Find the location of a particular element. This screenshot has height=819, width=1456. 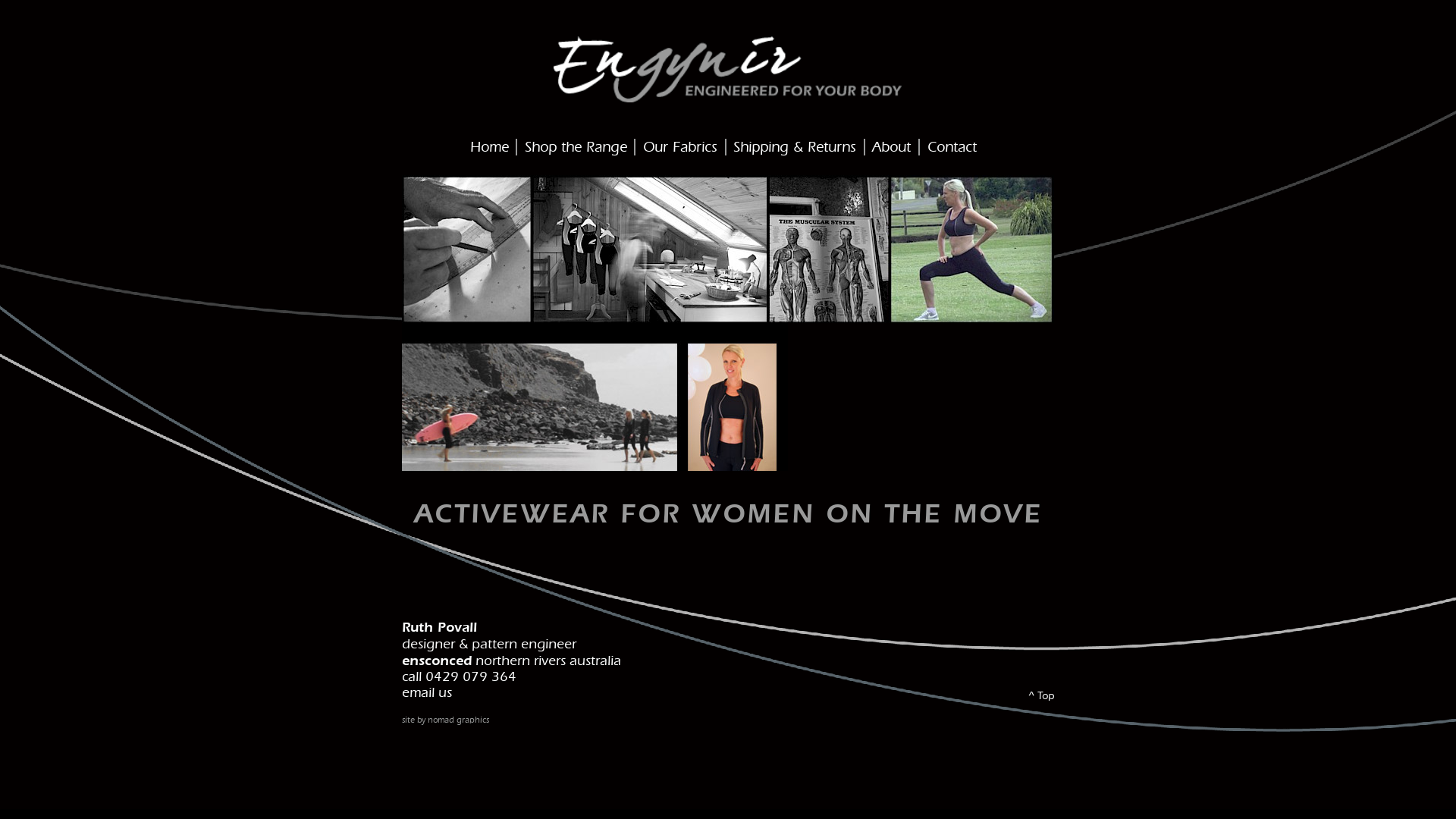

'Our Fabrics' is located at coordinates (679, 148).